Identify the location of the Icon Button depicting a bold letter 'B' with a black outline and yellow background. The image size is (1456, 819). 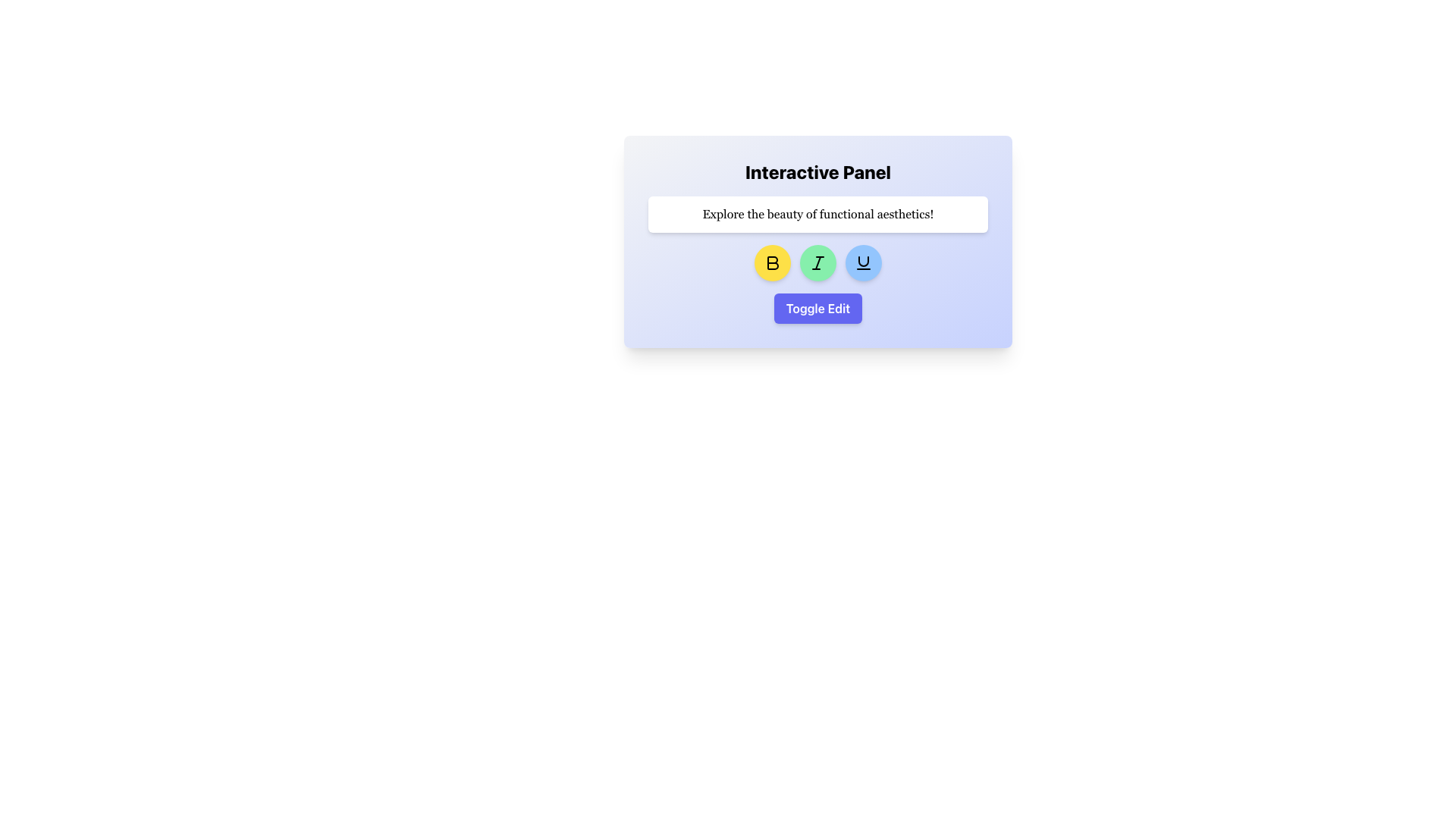
(772, 262).